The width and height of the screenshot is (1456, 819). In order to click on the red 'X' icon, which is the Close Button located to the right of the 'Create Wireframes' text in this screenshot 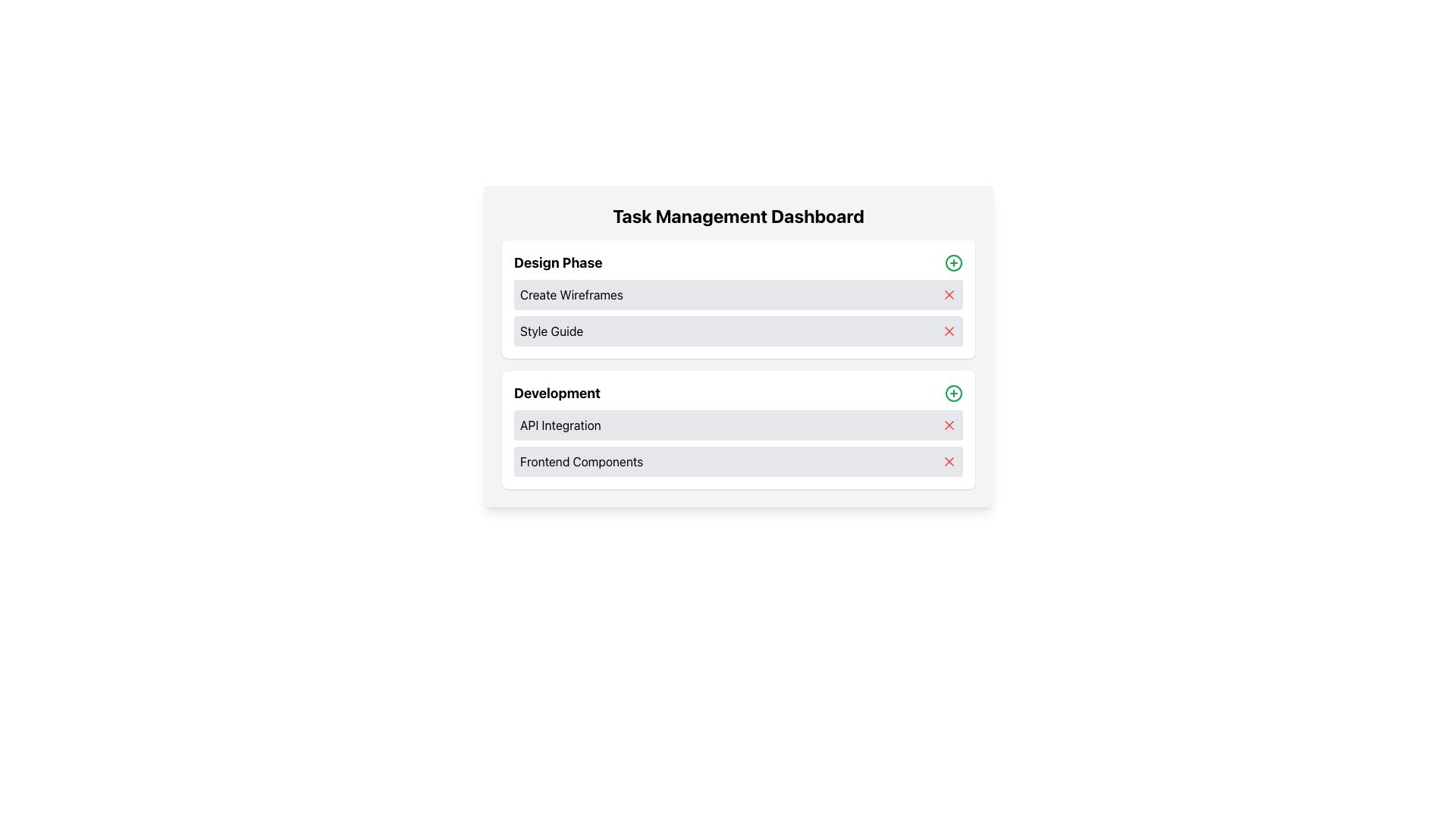, I will do `click(949, 295)`.